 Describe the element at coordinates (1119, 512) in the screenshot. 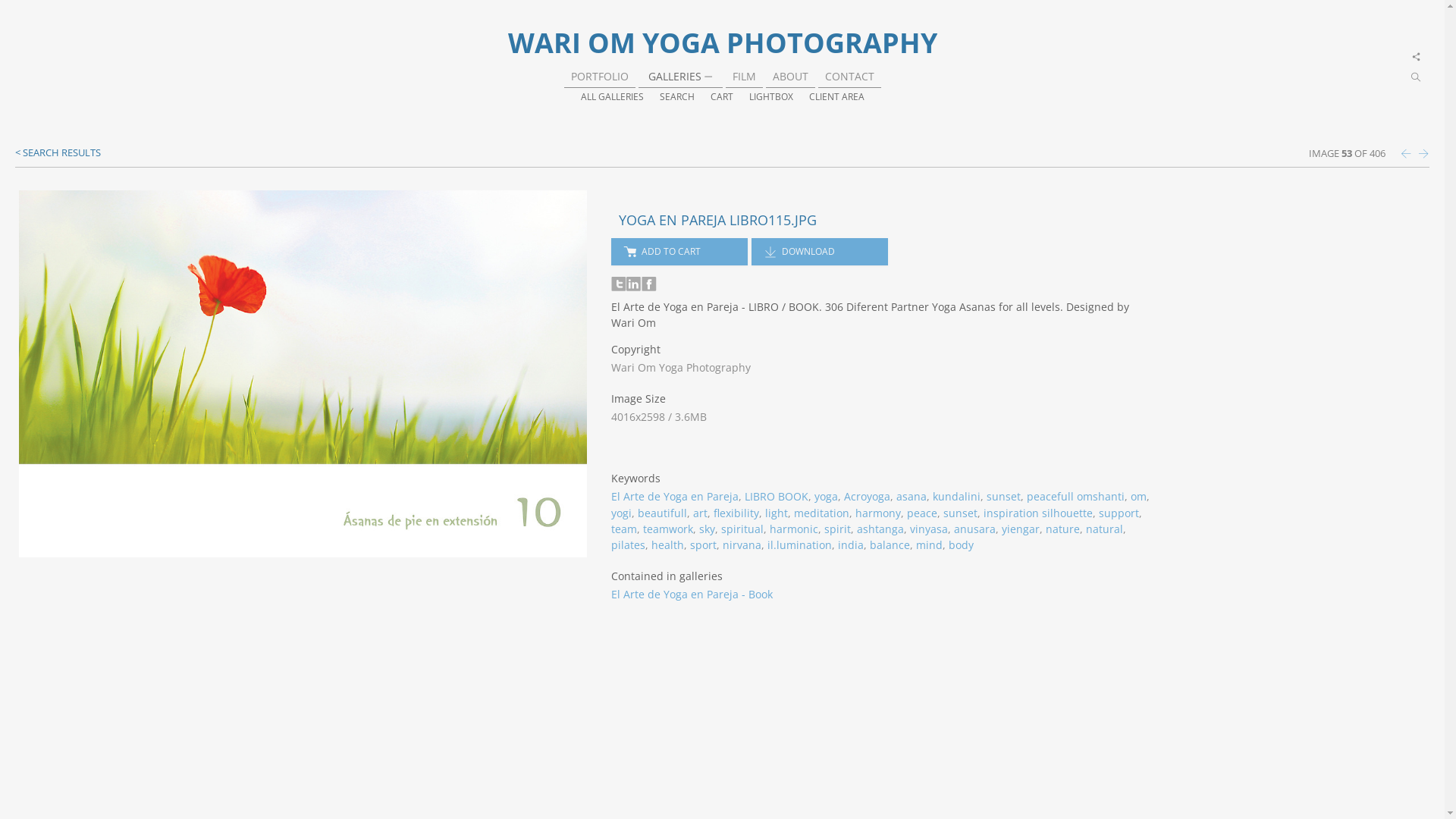

I see `'support'` at that location.